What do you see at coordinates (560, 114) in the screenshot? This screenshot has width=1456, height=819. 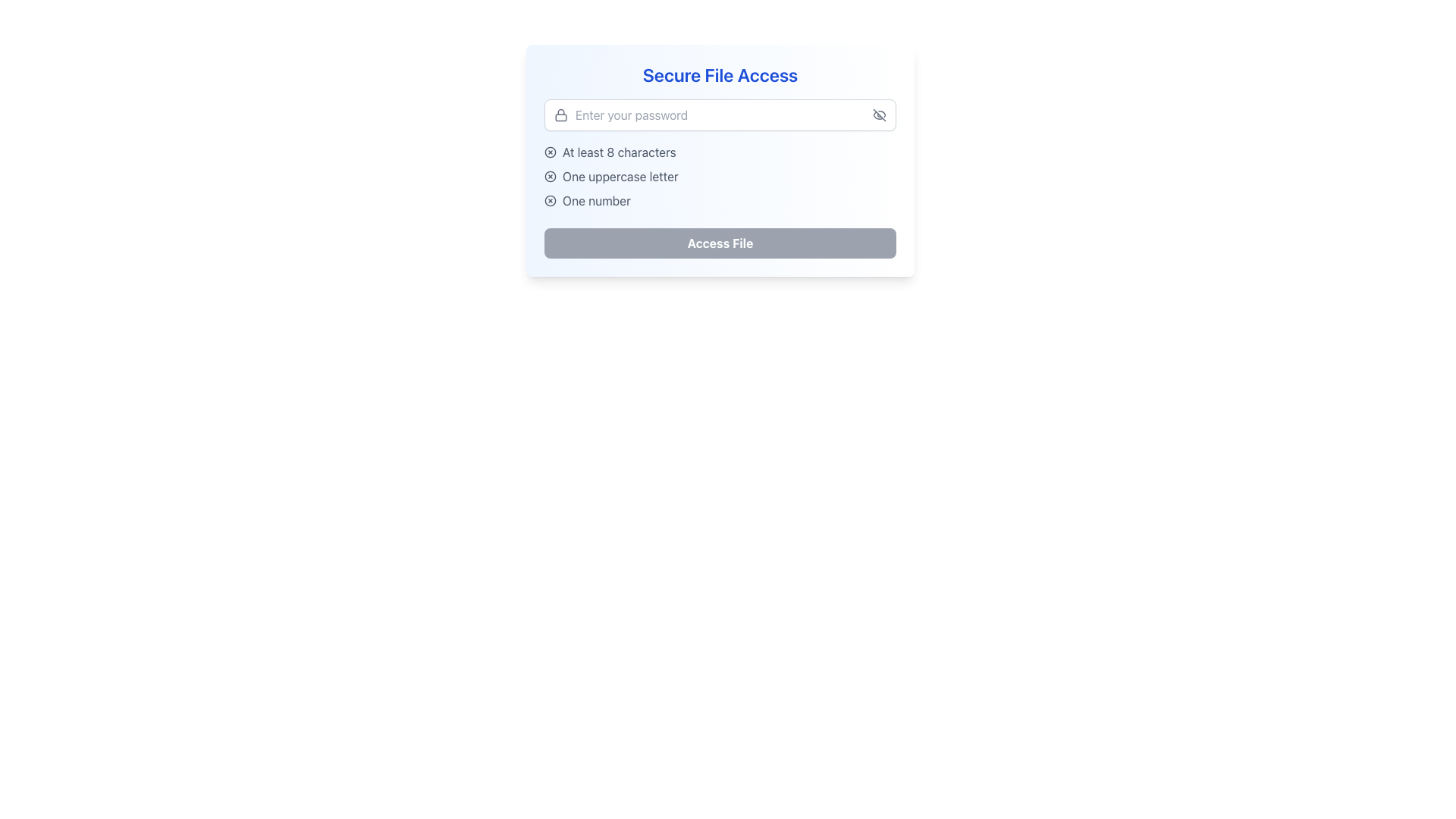 I see `the gray lock icon located to the left inside the password input field, which serves as a decorative feature` at bounding box center [560, 114].